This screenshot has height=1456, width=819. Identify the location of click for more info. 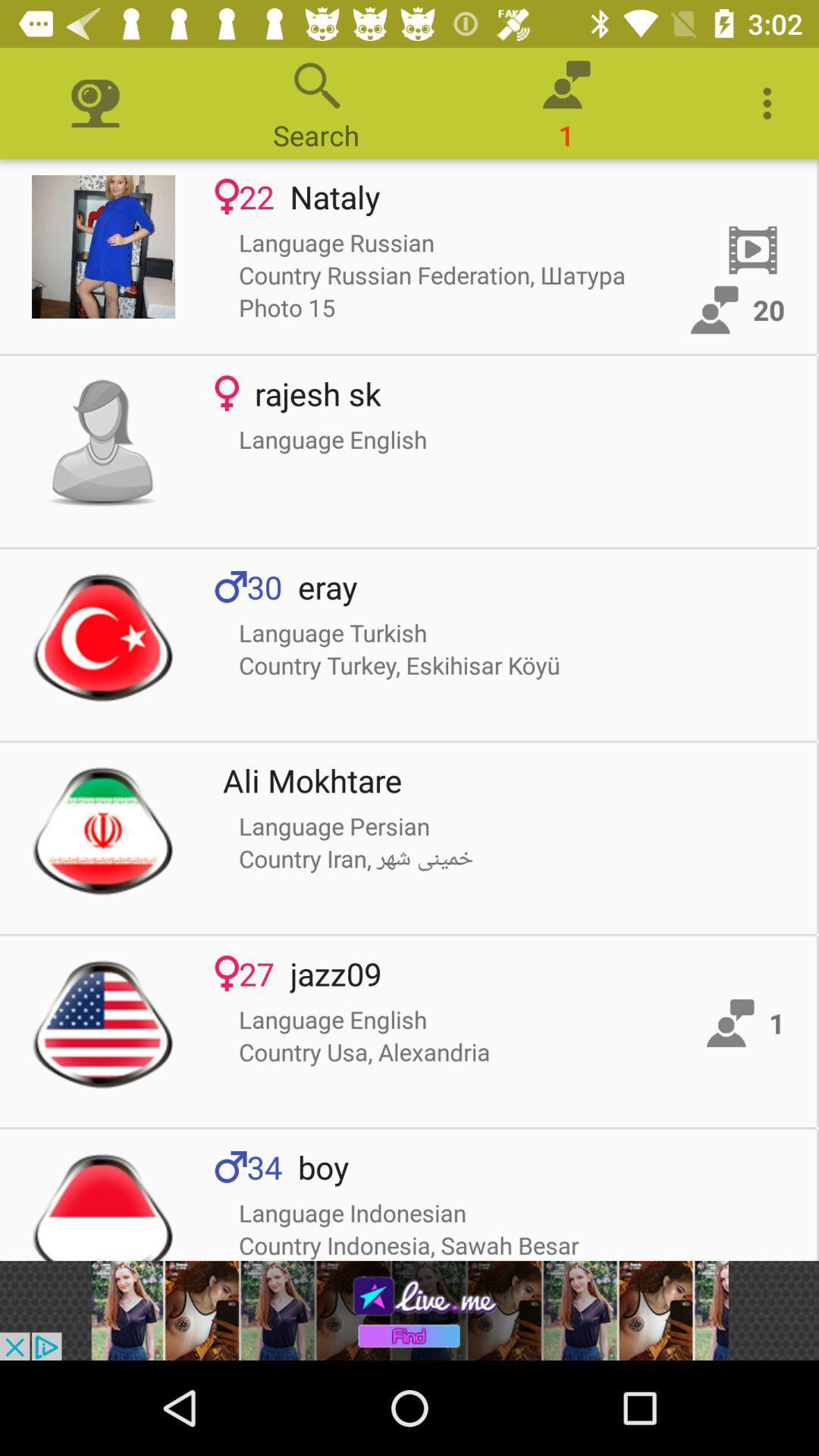
(102, 246).